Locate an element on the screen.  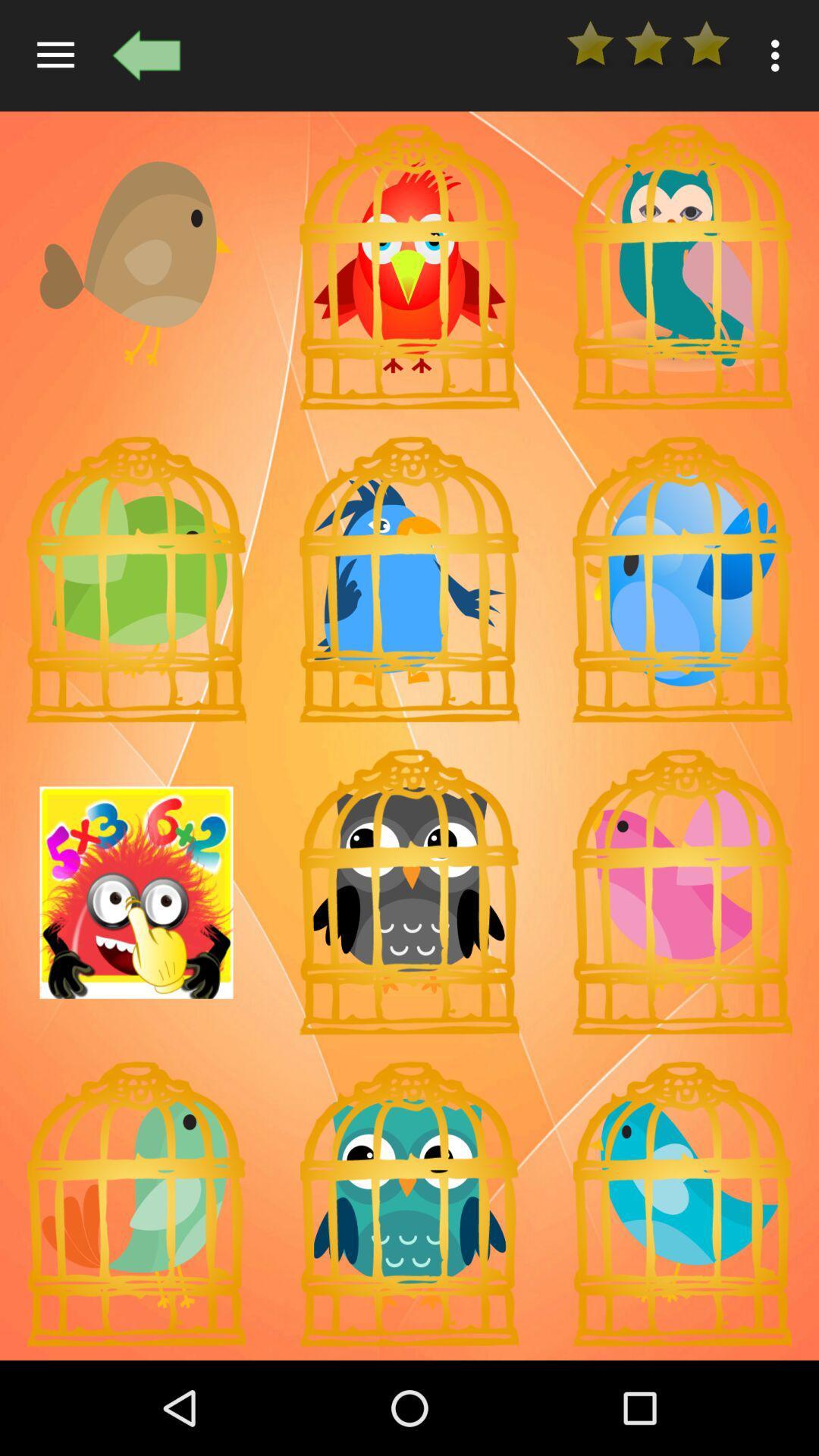
chooses this emoji is located at coordinates (409, 1203).